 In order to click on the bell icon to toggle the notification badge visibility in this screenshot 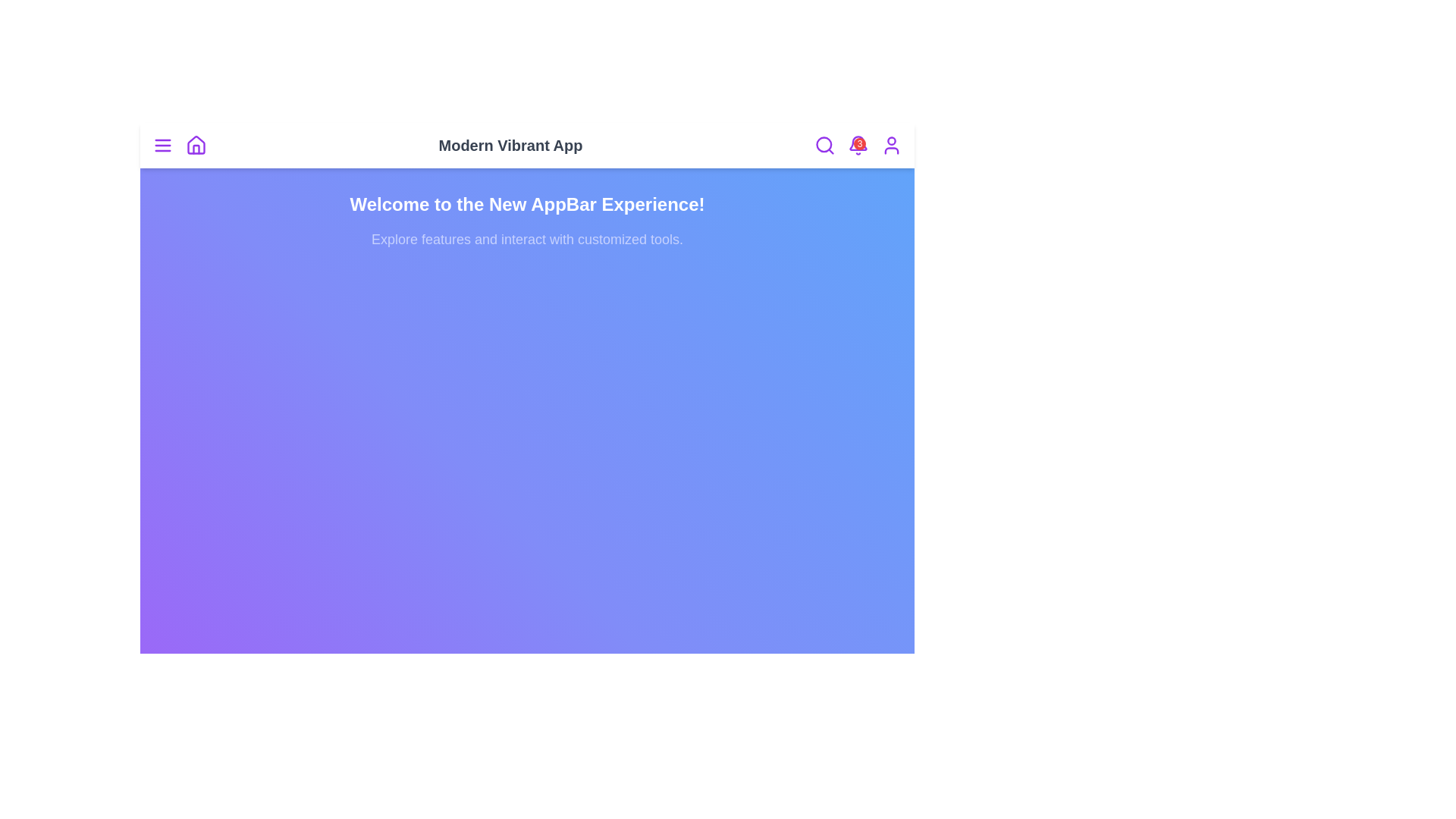, I will do `click(858, 146)`.